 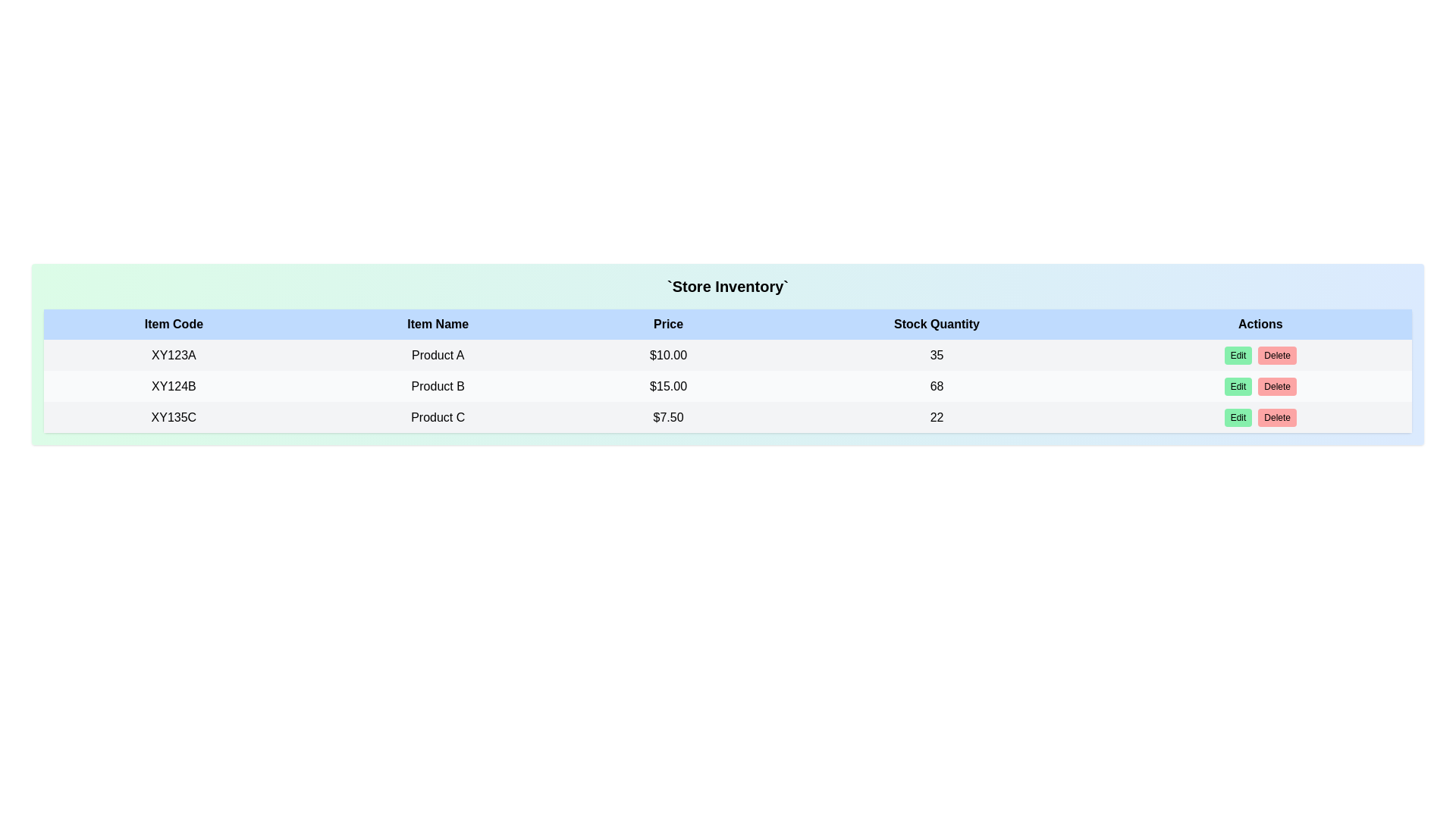 I want to click on the interactive buttons group, which contains 'Edit' and 'Delete' buttons styled as rounded rectangles, to activate hover effects, so click(x=1260, y=355).